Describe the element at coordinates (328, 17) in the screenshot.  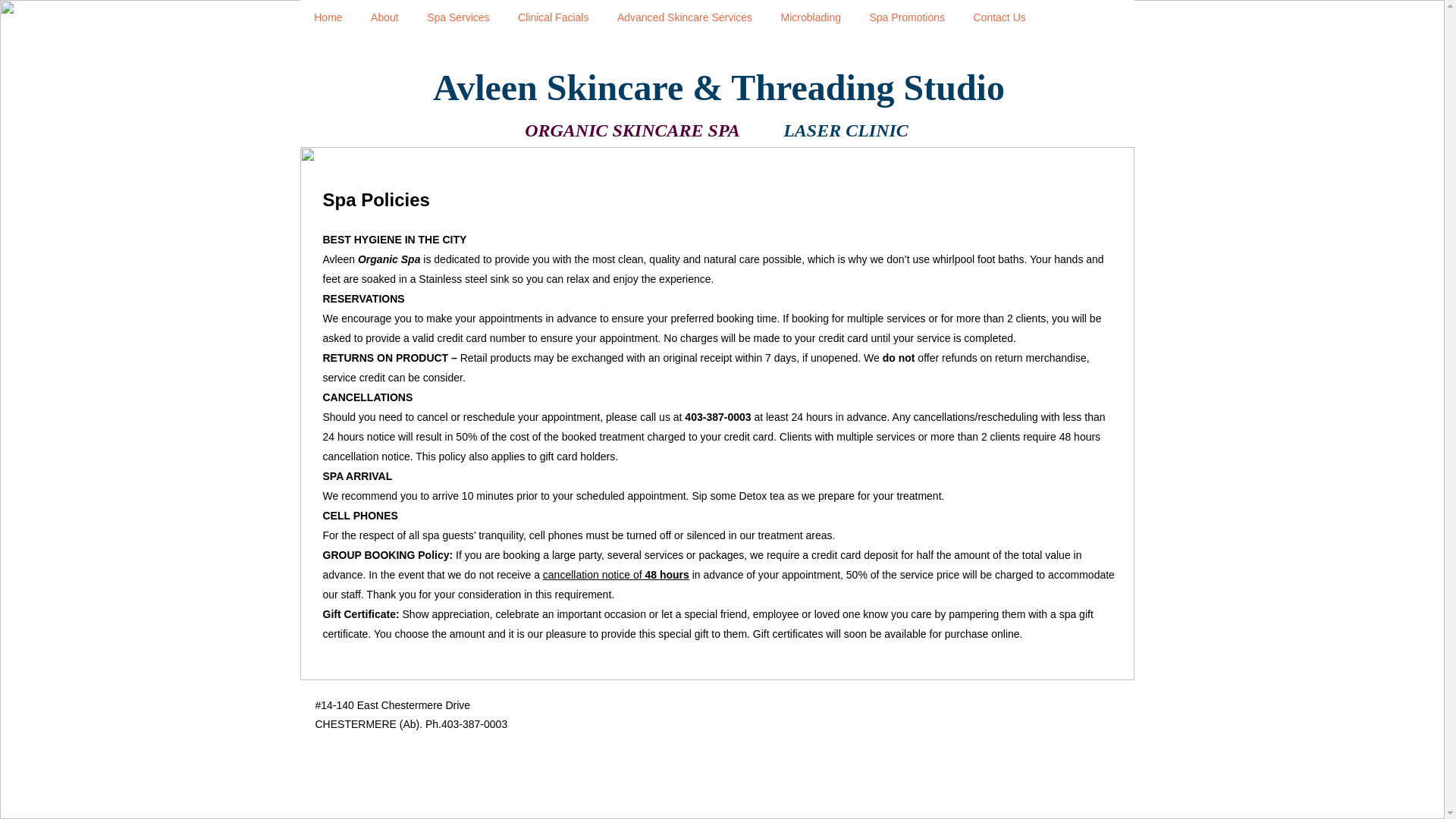
I see `'Home'` at that location.